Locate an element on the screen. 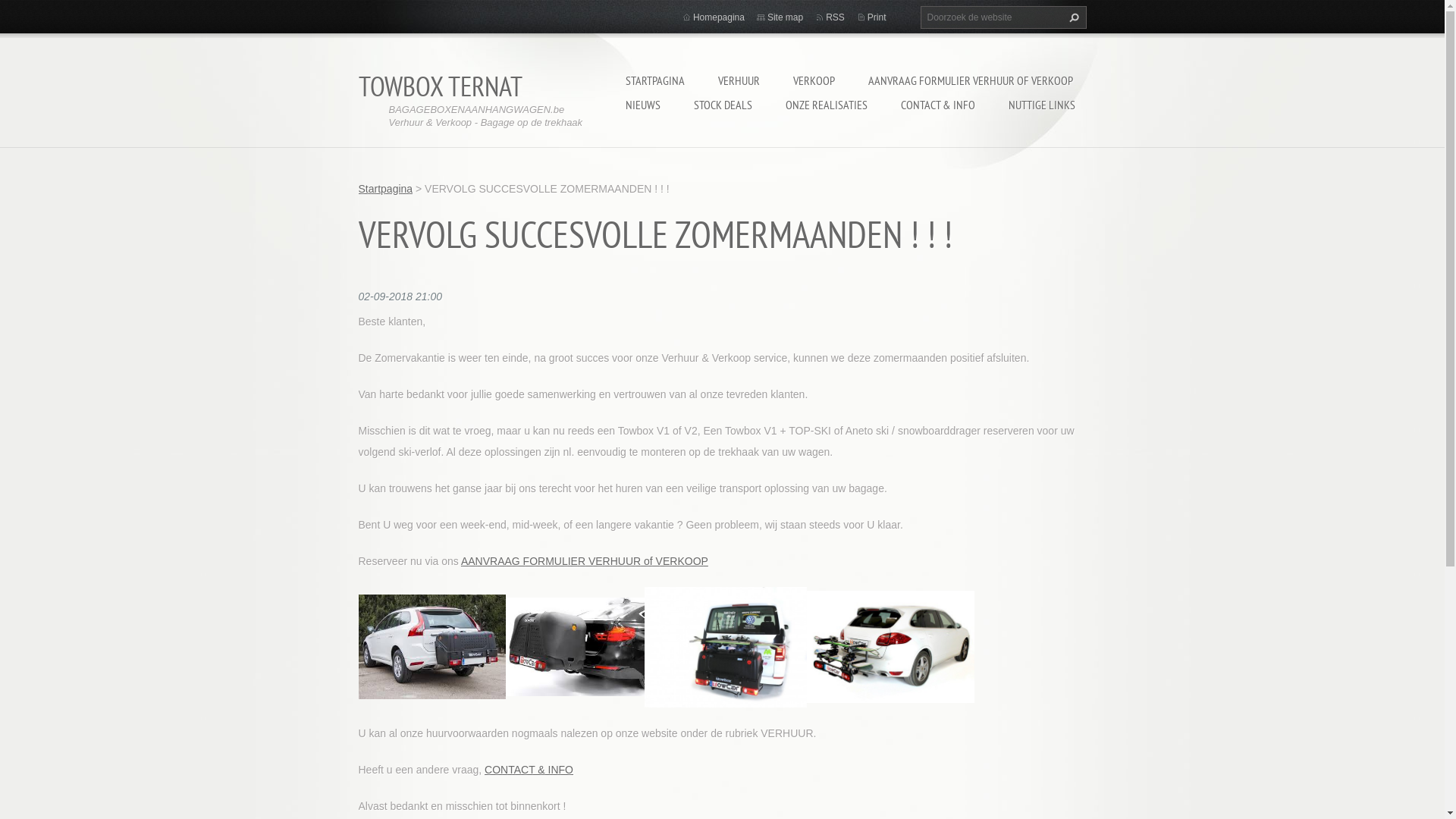 The height and width of the screenshot is (819, 1456). 'STOCK DEALS' is located at coordinates (721, 104).